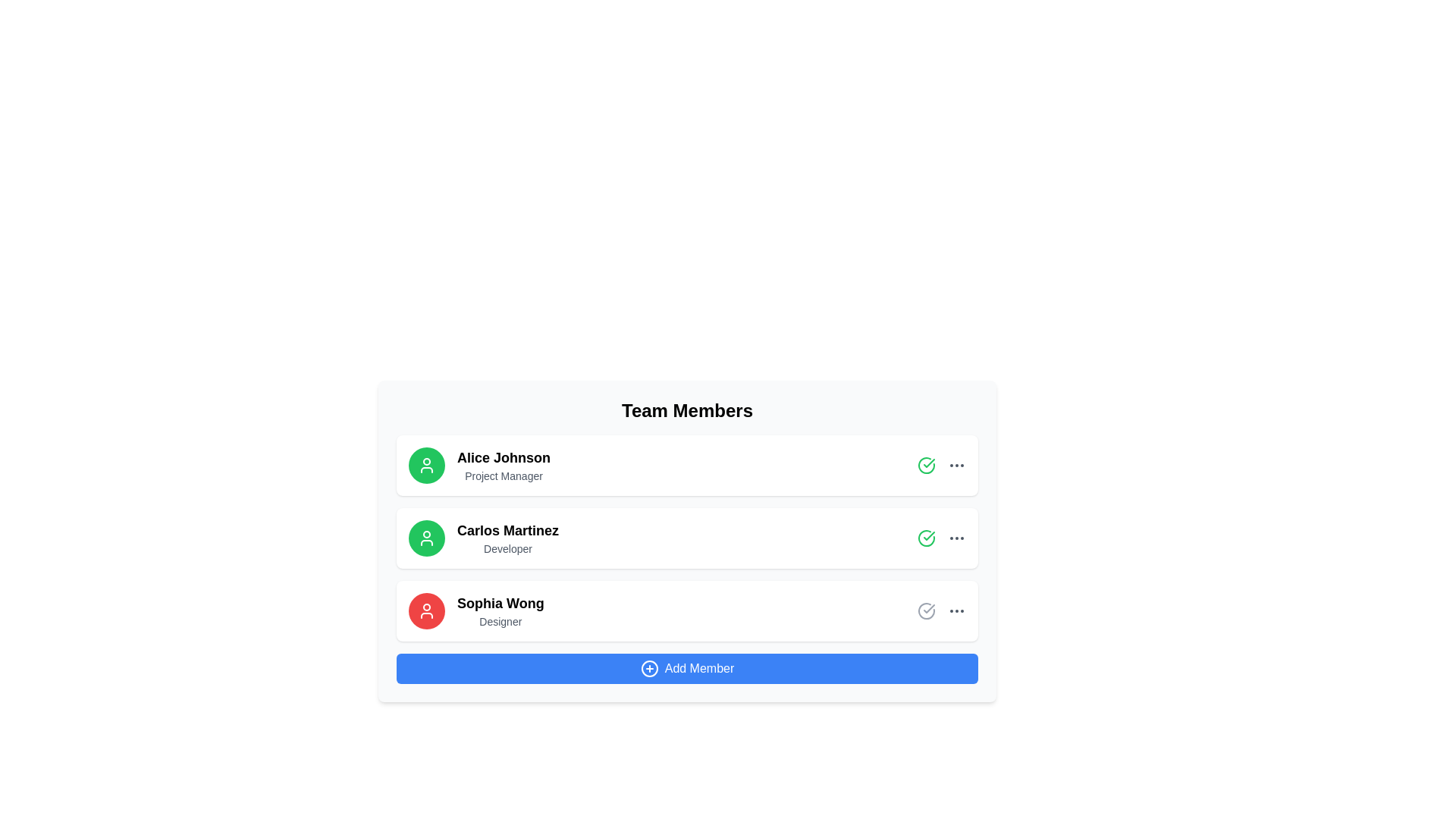  Describe the element at coordinates (926, 464) in the screenshot. I see `the success indicator icon associated with the team member 'Carlos Martinez', located in the middle of the second row of team members` at that location.